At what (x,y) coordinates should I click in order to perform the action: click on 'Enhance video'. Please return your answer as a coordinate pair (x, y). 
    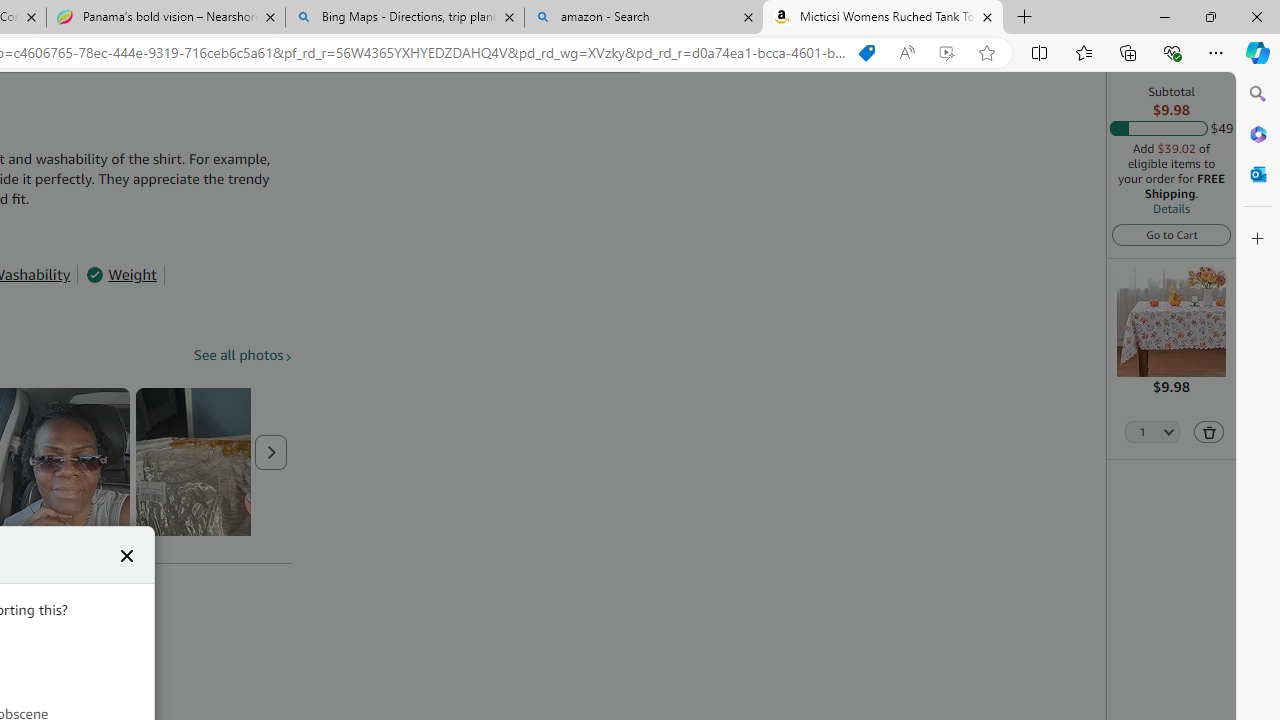
    Looking at the image, I should click on (945, 52).